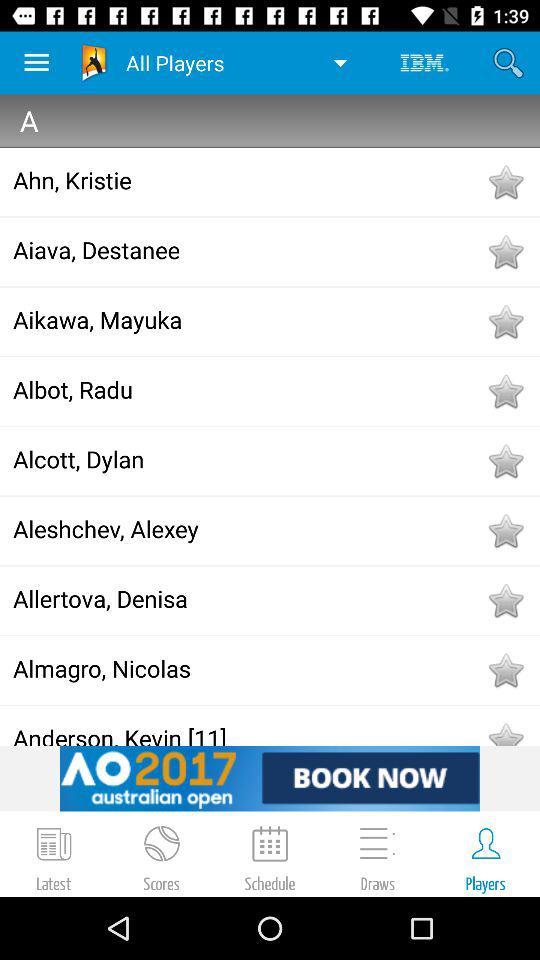 The height and width of the screenshot is (960, 540). Describe the element at coordinates (270, 777) in the screenshot. I see `the item below the anderson, kevin [11] item` at that location.